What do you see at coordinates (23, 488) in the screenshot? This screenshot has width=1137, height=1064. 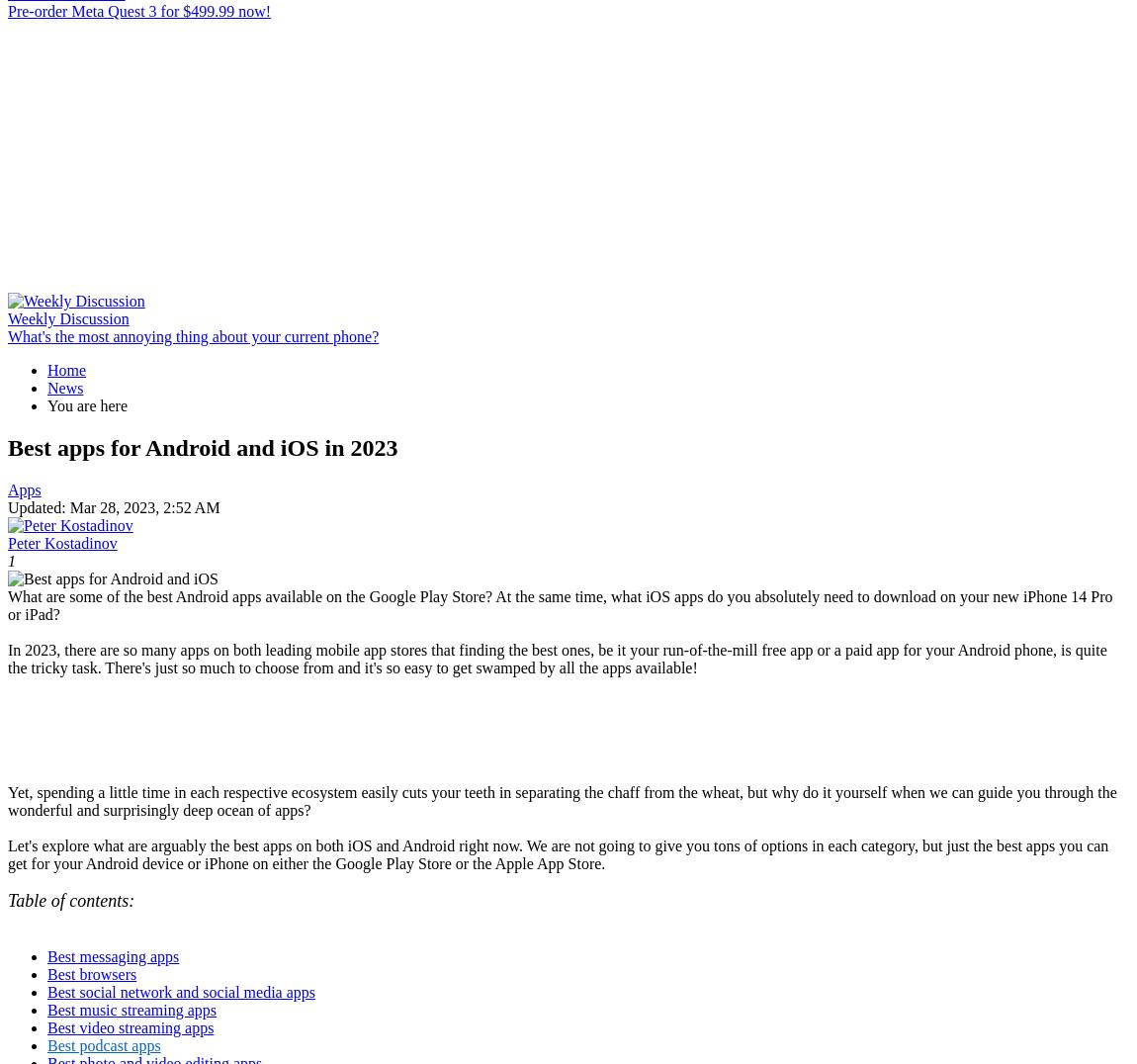 I see `'Apps'` at bounding box center [23, 488].